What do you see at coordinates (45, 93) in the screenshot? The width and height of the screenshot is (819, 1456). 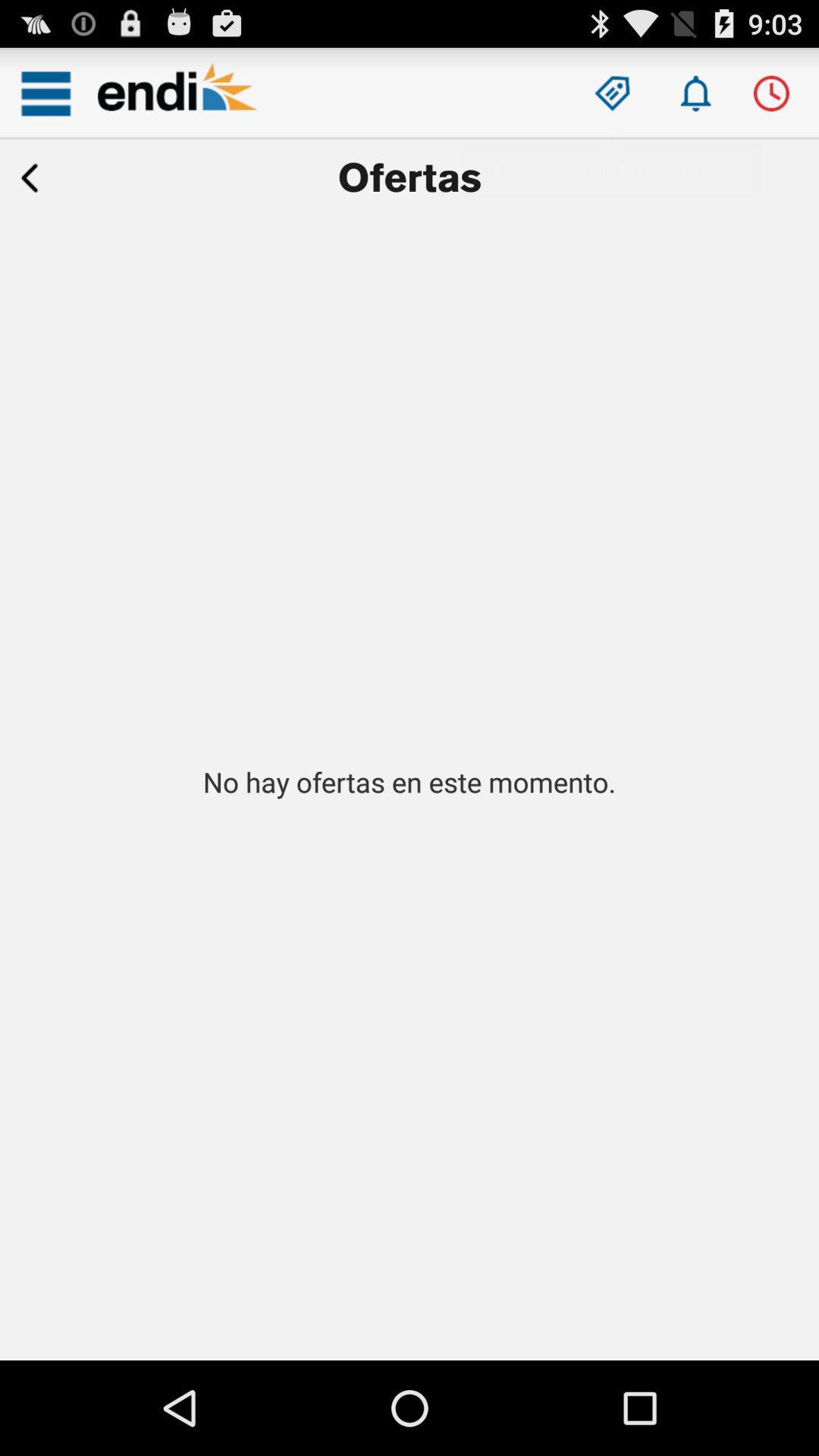 I see `menu` at bounding box center [45, 93].